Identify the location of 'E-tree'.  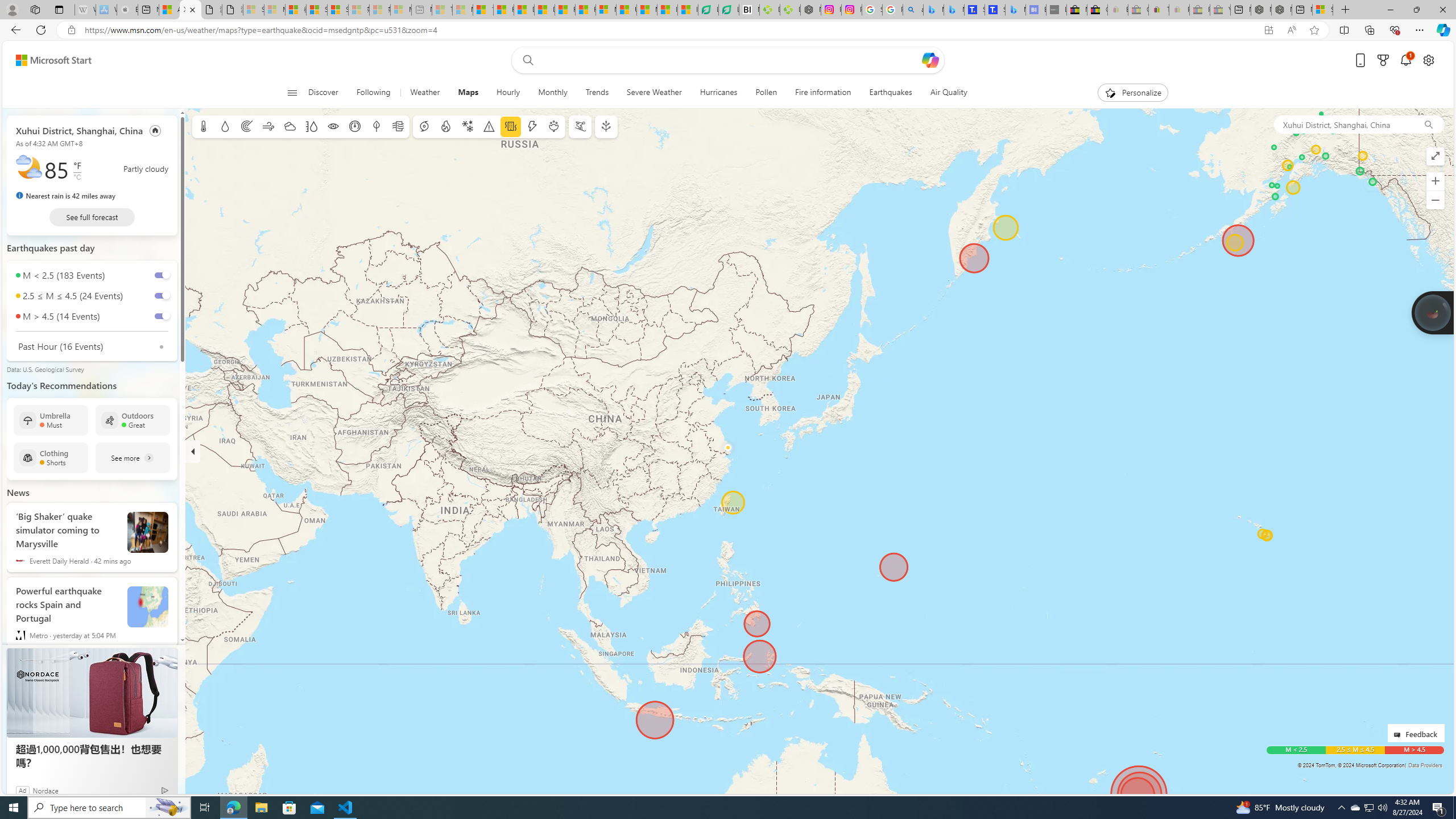
(605, 126).